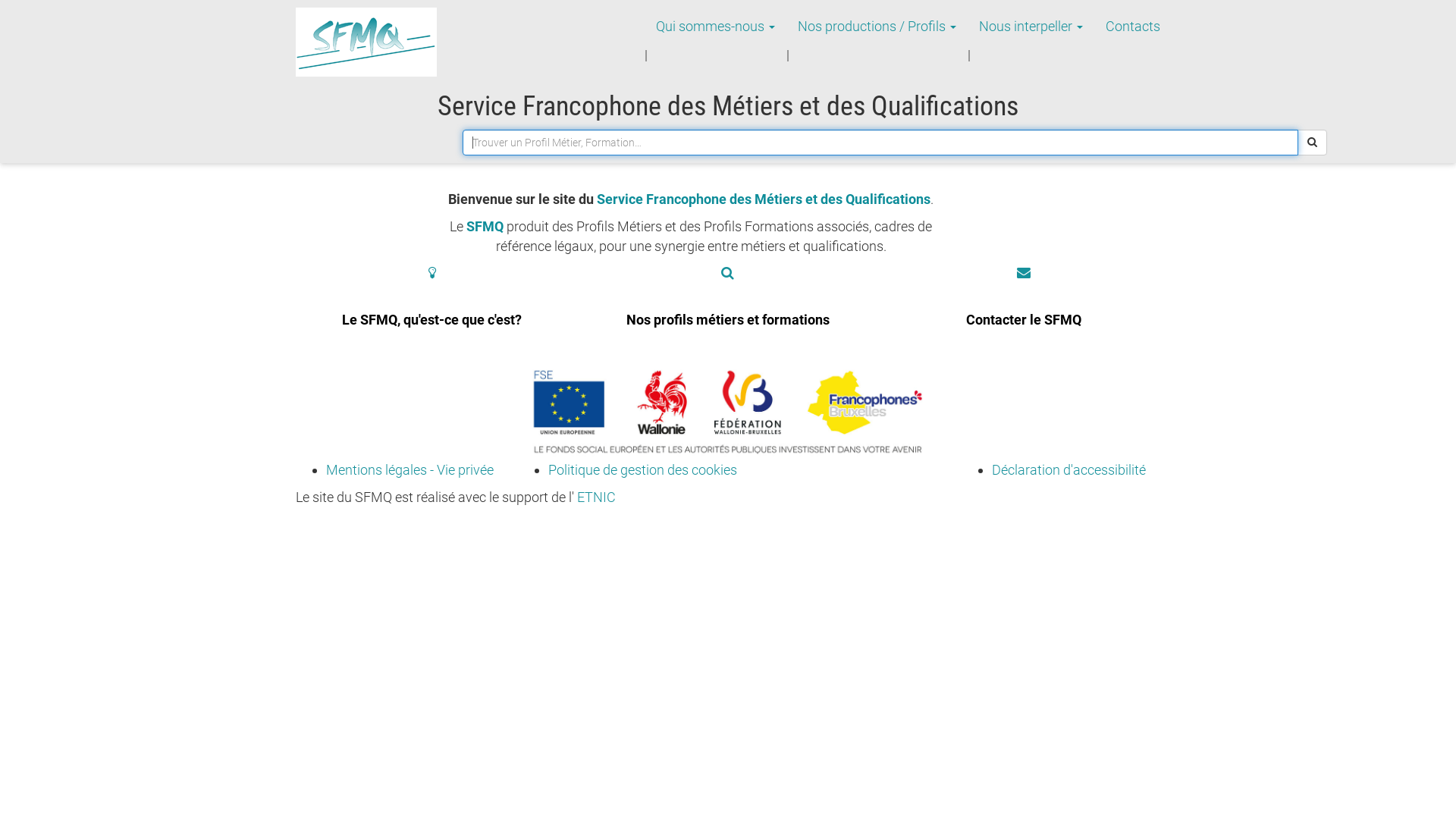  Describe the element at coordinates (877, 26) in the screenshot. I see `'Nos productions / Profils'` at that location.